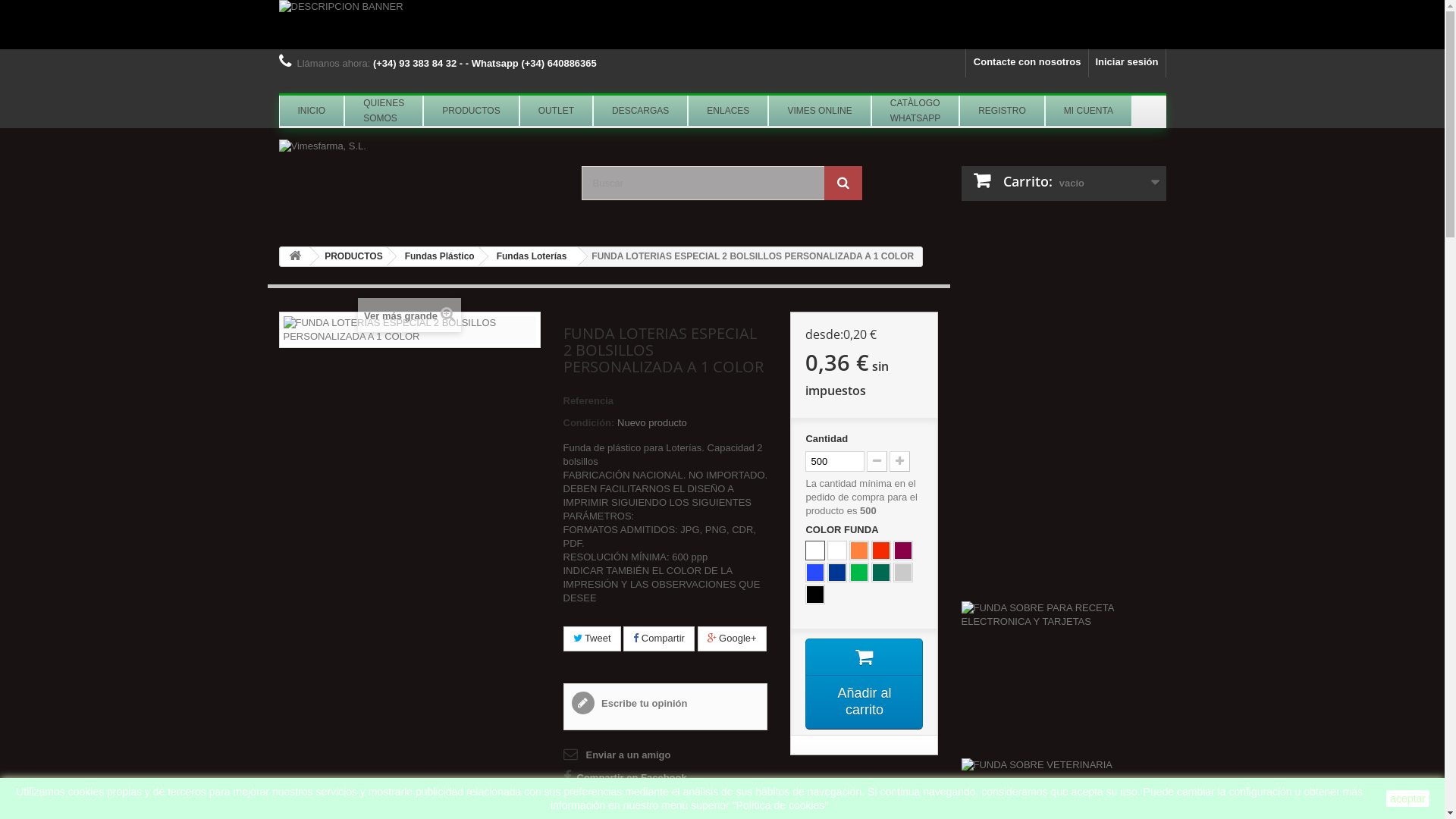  What do you see at coordinates (624, 778) in the screenshot?
I see `'Compartir en Facebook'` at bounding box center [624, 778].